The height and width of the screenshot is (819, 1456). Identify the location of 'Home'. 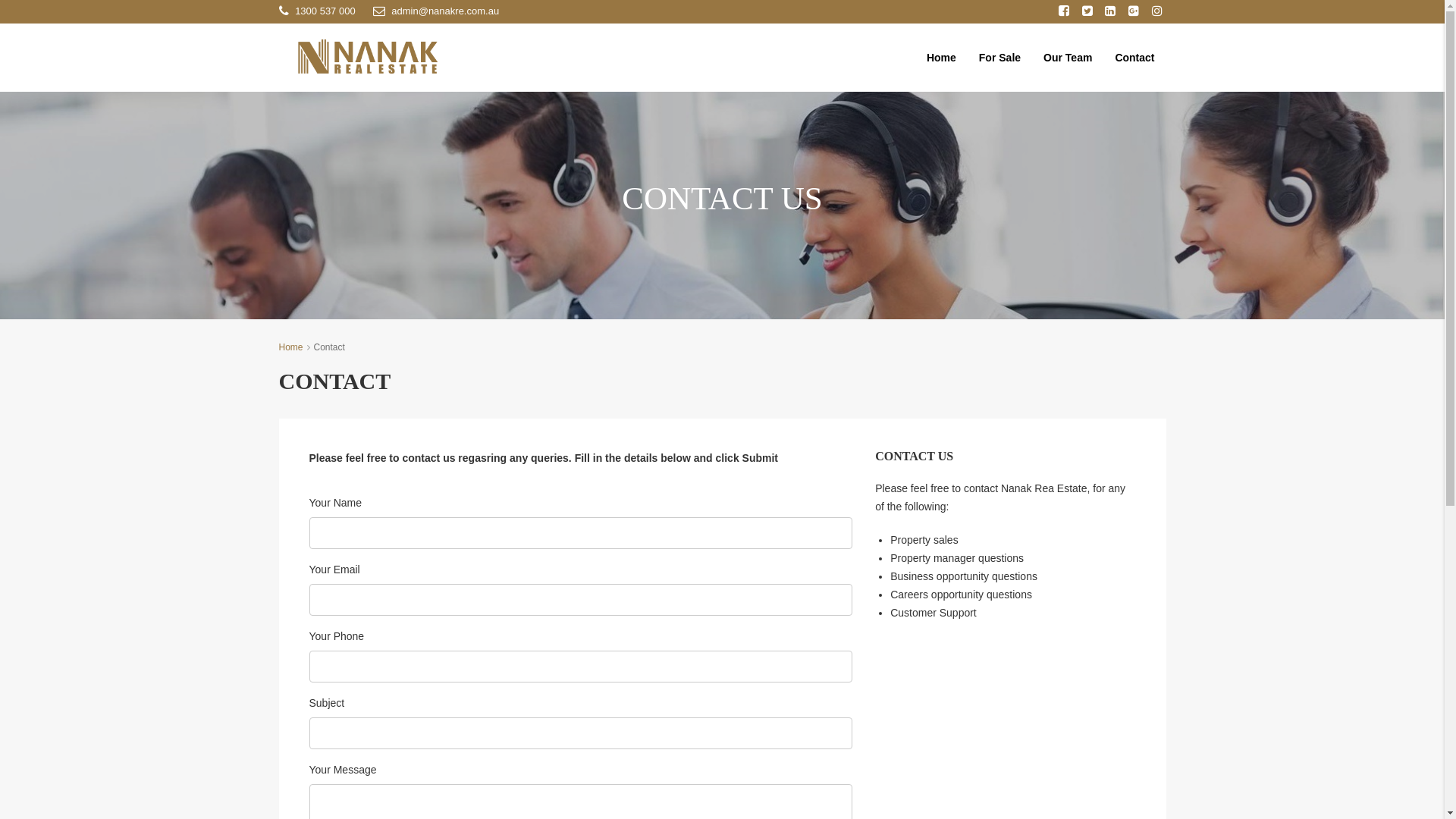
(940, 57).